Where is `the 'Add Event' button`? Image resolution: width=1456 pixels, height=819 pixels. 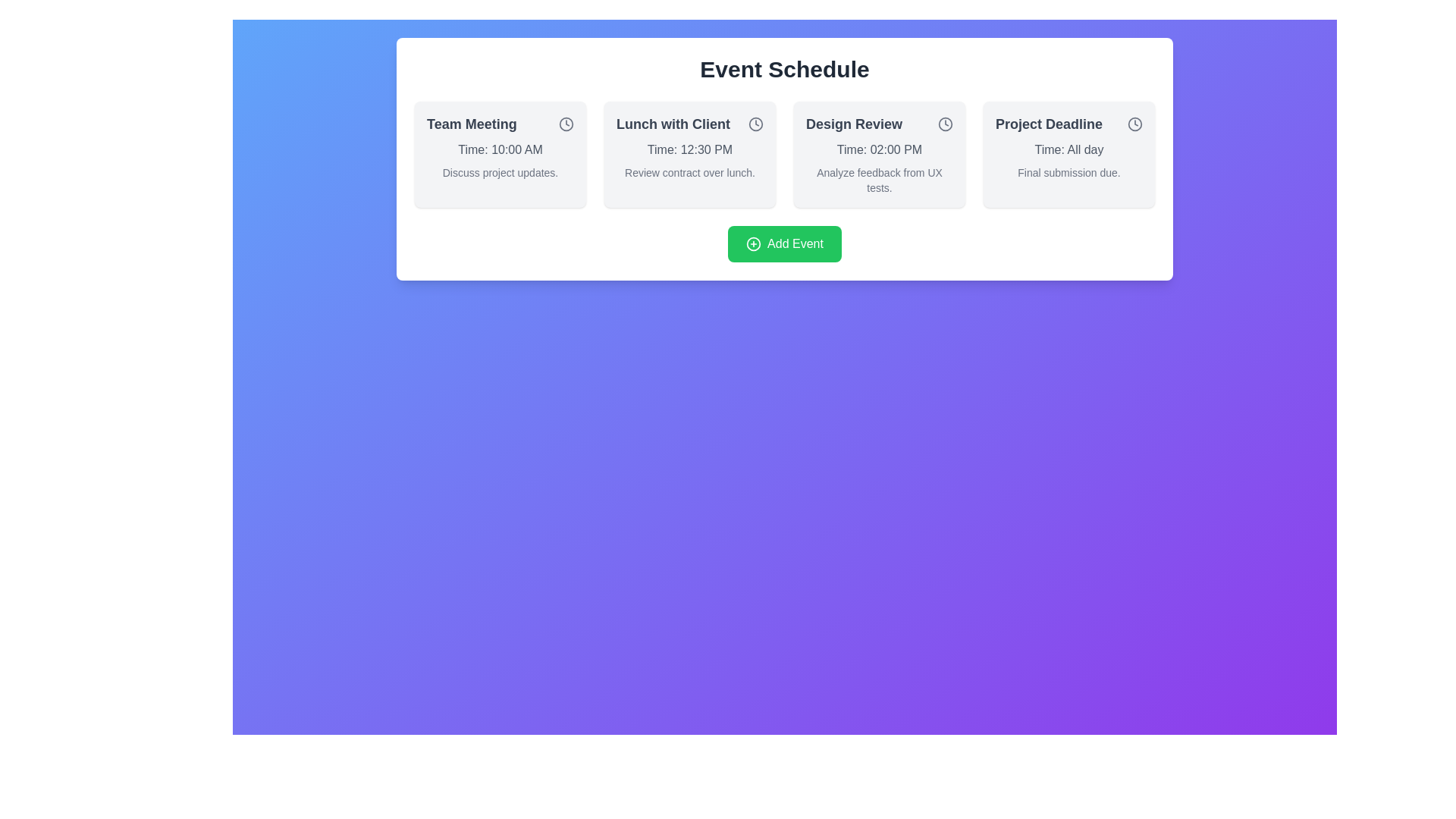 the 'Add Event' button is located at coordinates (785, 243).